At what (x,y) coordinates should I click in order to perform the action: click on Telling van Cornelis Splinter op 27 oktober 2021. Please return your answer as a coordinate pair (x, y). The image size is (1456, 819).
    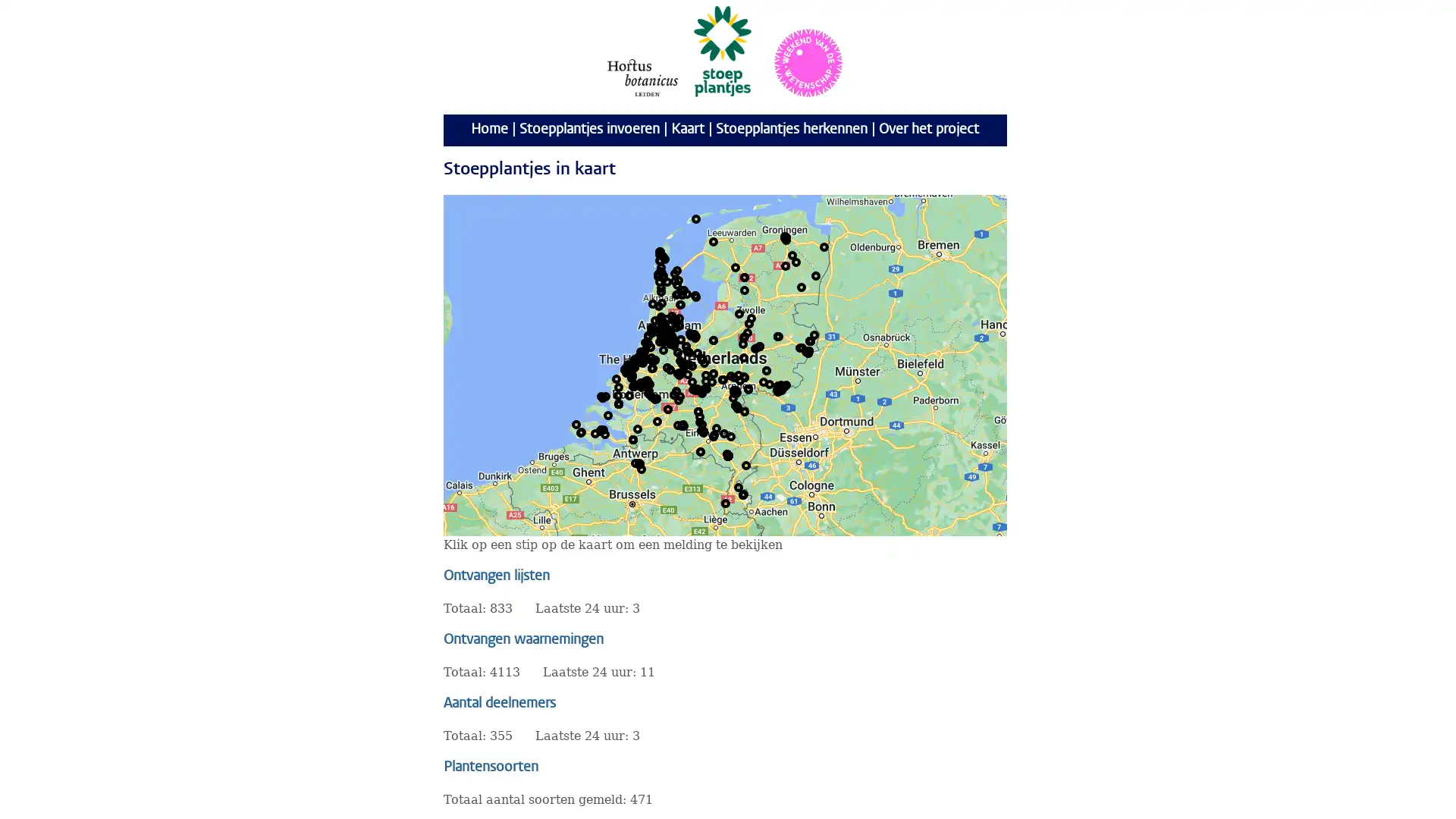
    Looking at the image, I should click on (670, 334).